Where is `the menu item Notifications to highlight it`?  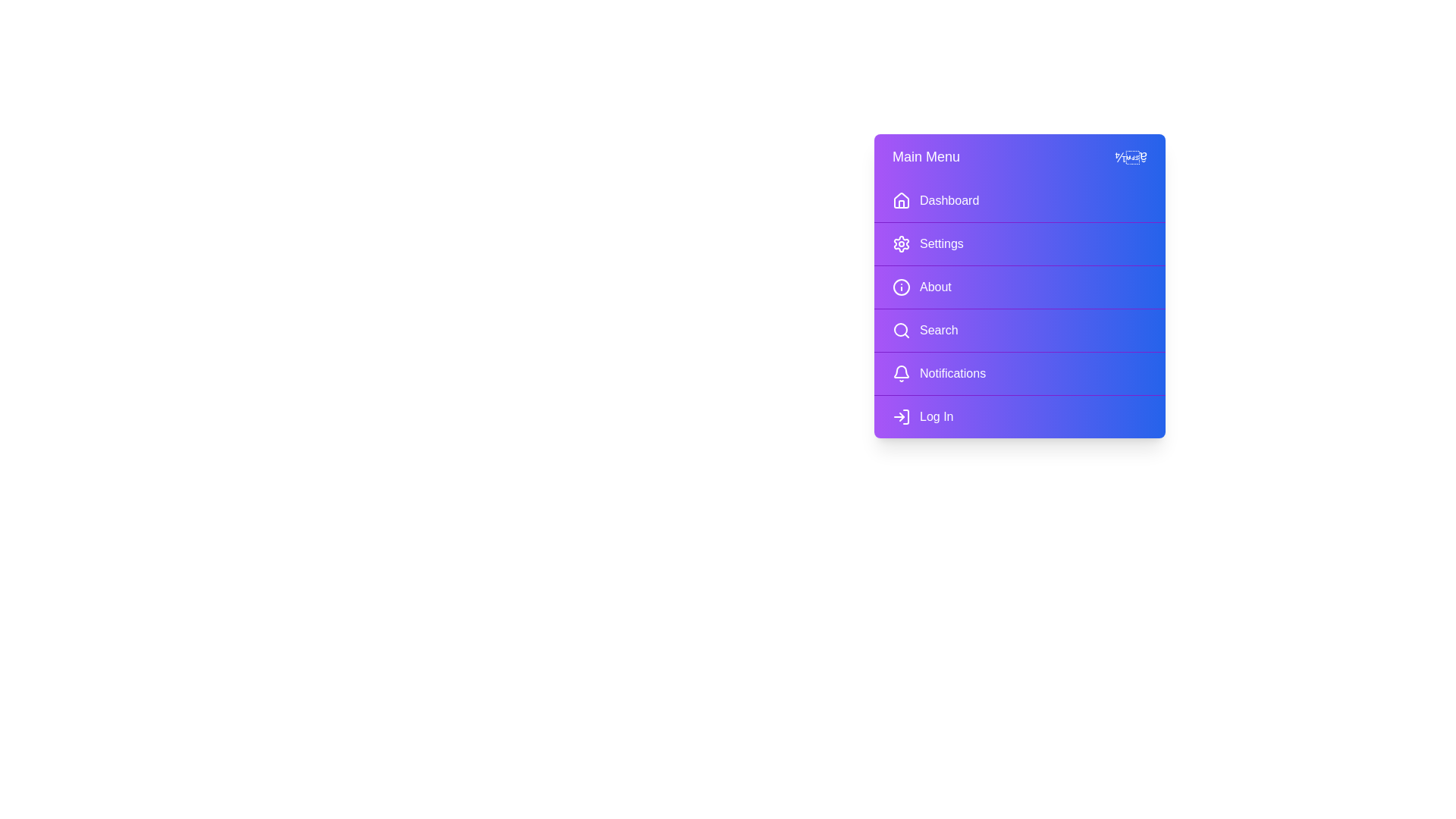
the menu item Notifications to highlight it is located at coordinates (1019, 373).